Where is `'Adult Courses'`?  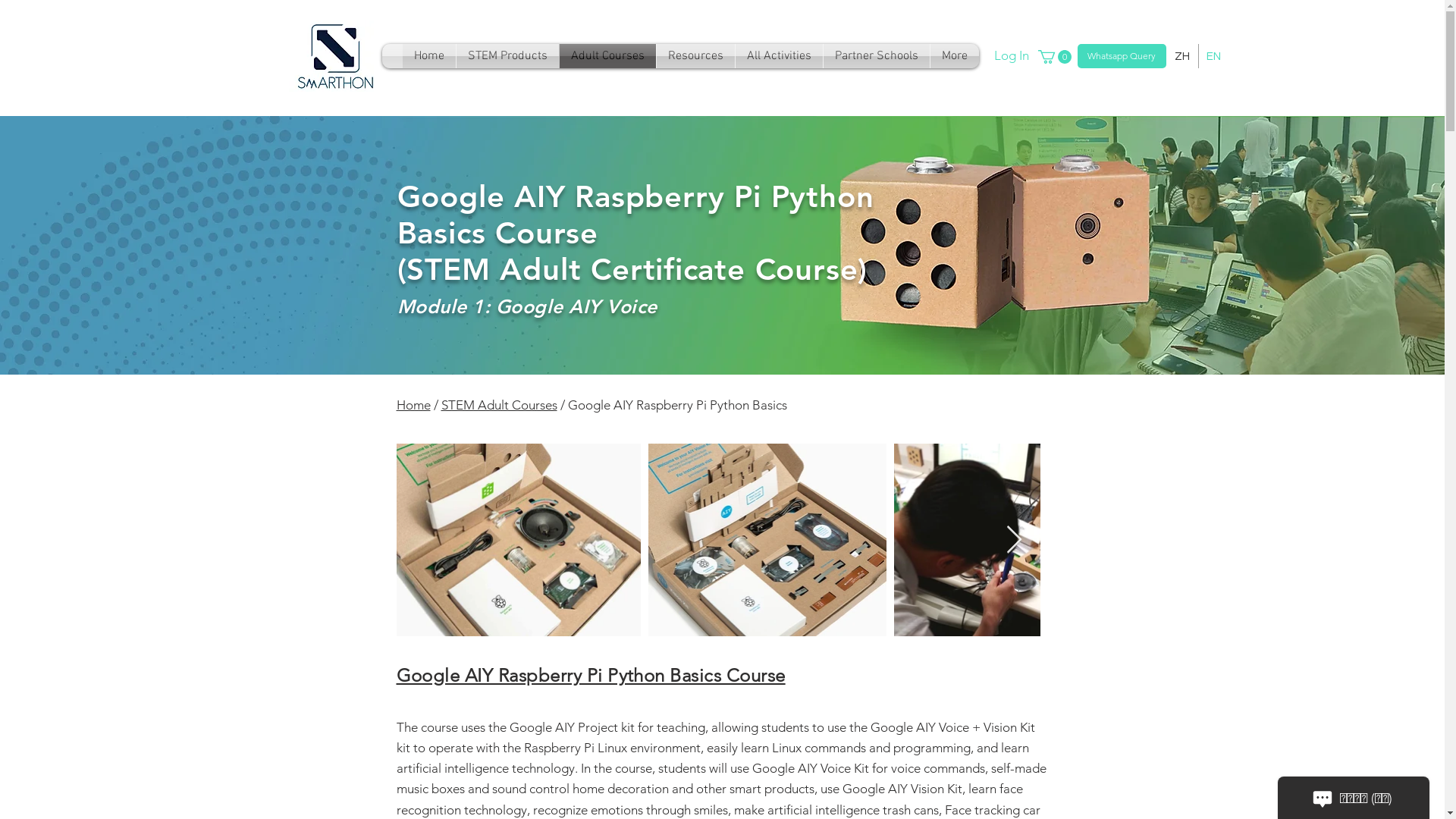 'Adult Courses' is located at coordinates (607, 55).